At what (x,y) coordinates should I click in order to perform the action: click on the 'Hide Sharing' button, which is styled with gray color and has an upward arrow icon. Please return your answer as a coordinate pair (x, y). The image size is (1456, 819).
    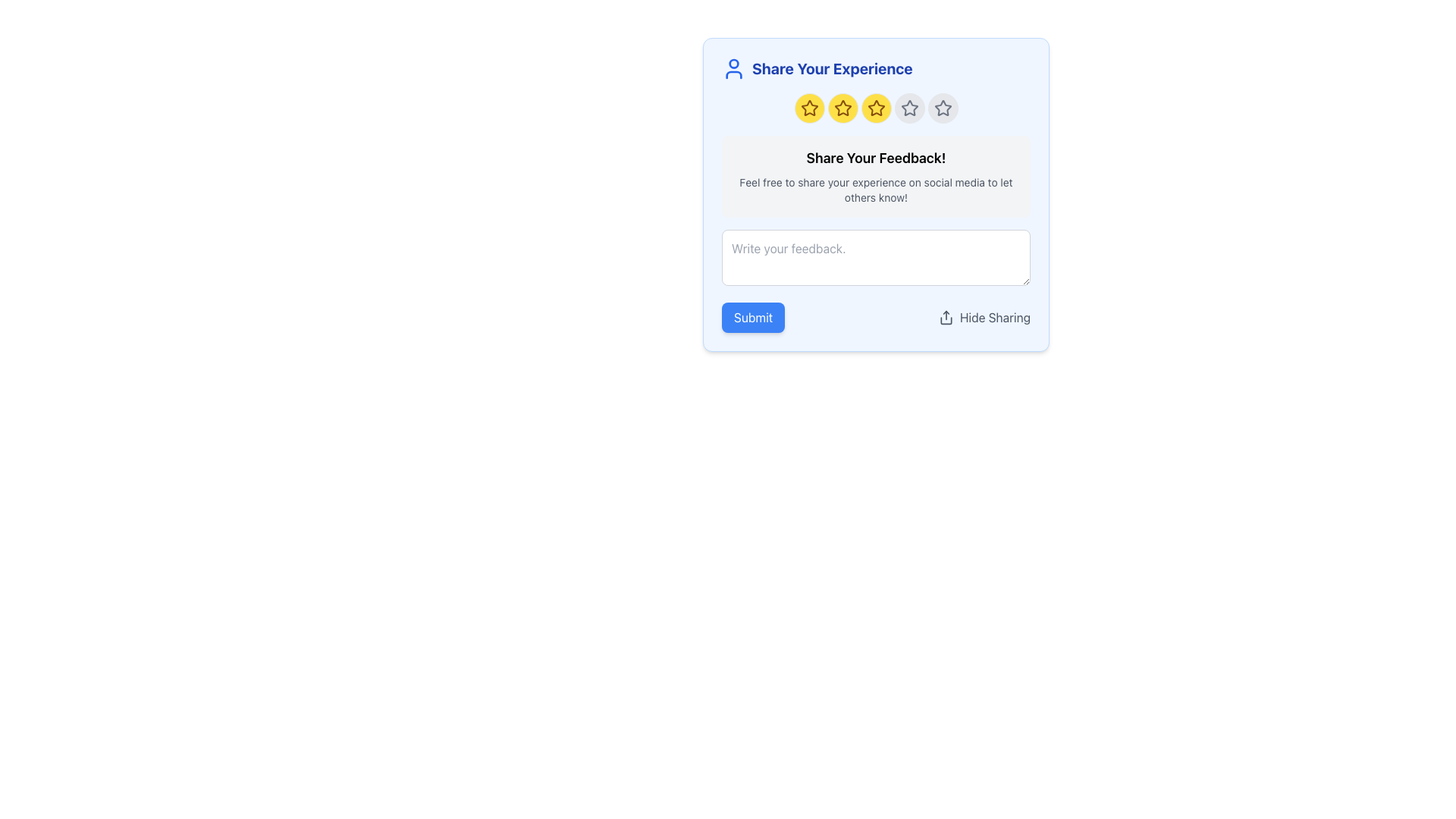
    Looking at the image, I should click on (984, 317).